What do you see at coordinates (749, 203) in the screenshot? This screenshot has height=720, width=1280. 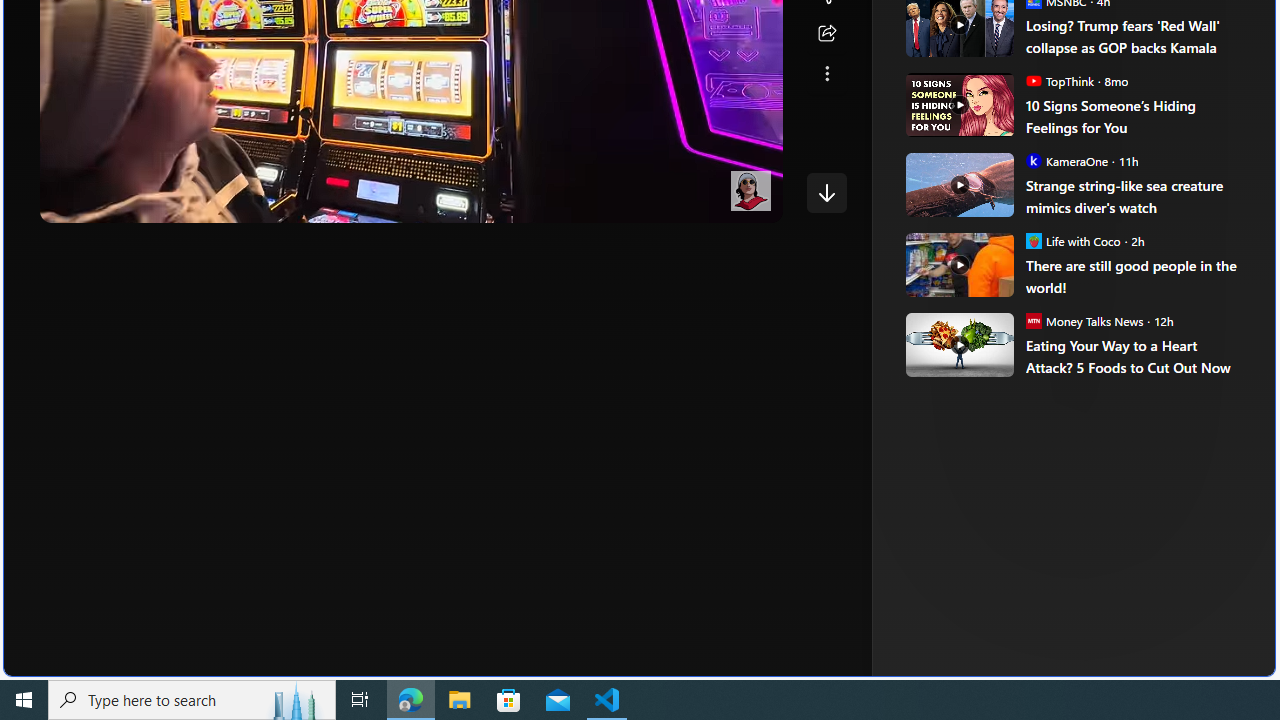 I see `'Full screen (f)'` at bounding box center [749, 203].